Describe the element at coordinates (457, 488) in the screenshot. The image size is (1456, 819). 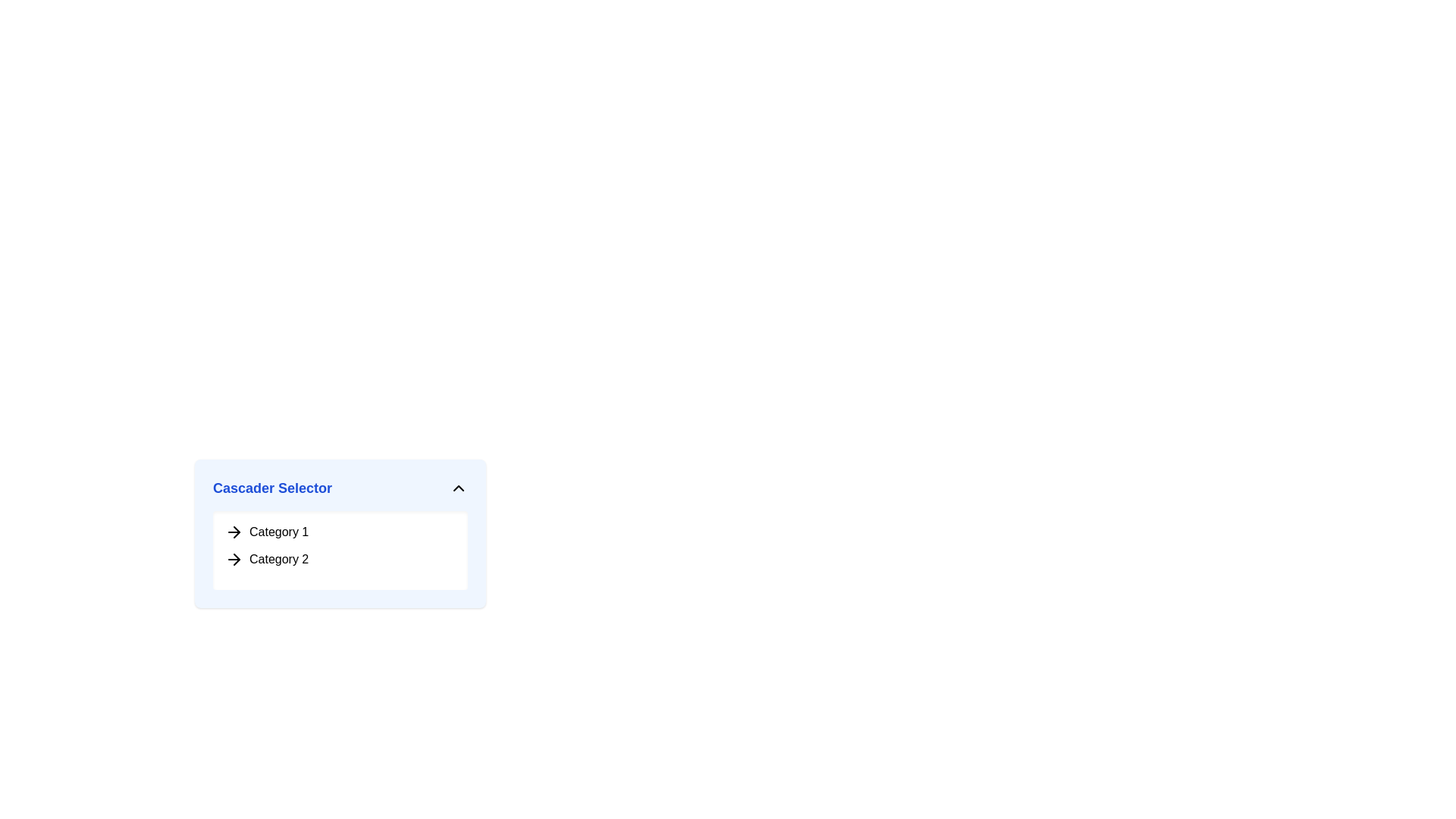
I see `the upward-pointing chevron icon on the right side of the 'Cascader Selector' header` at that location.